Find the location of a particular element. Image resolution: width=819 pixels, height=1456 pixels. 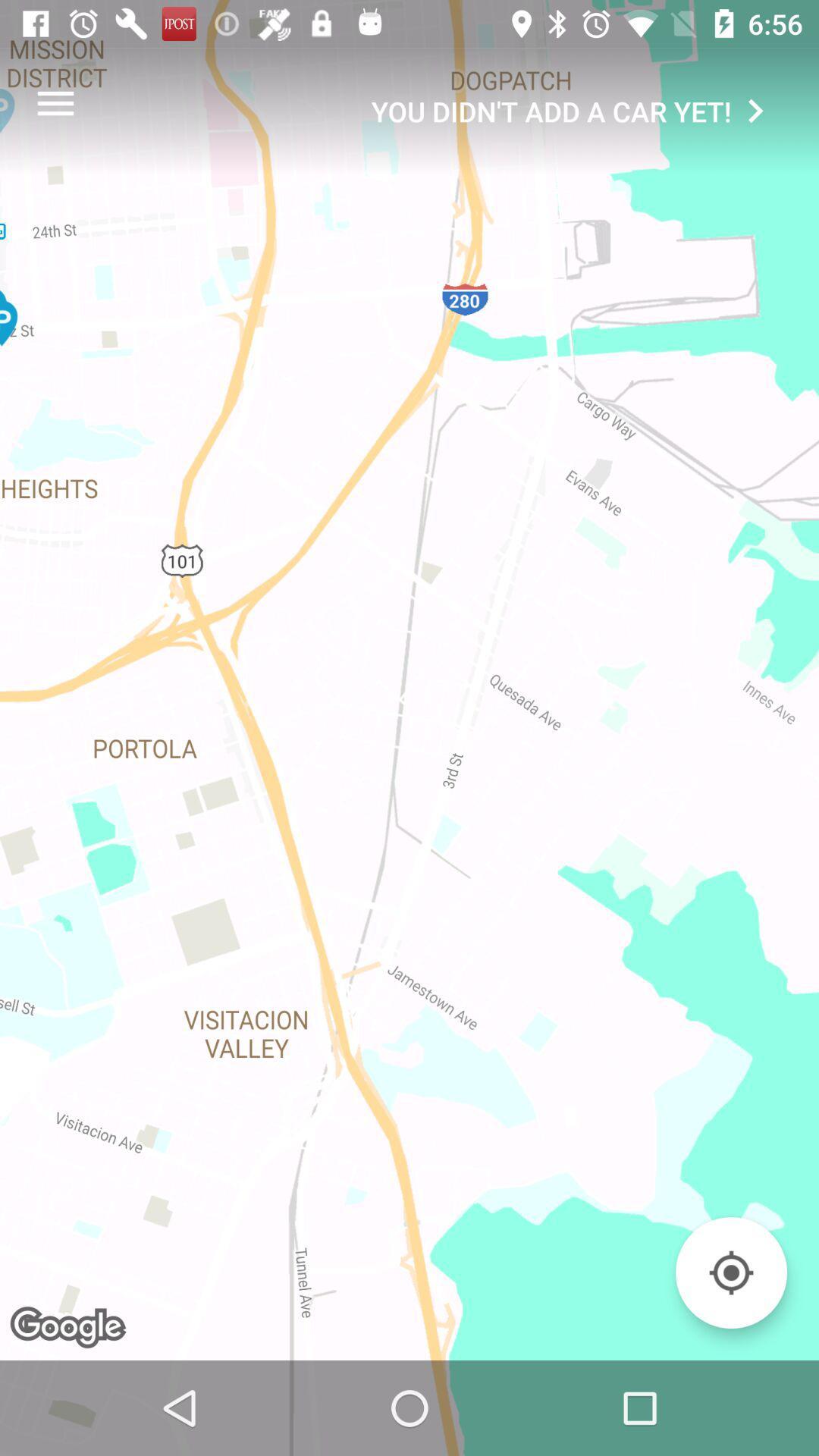

the menu icon is located at coordinates (55, 102).